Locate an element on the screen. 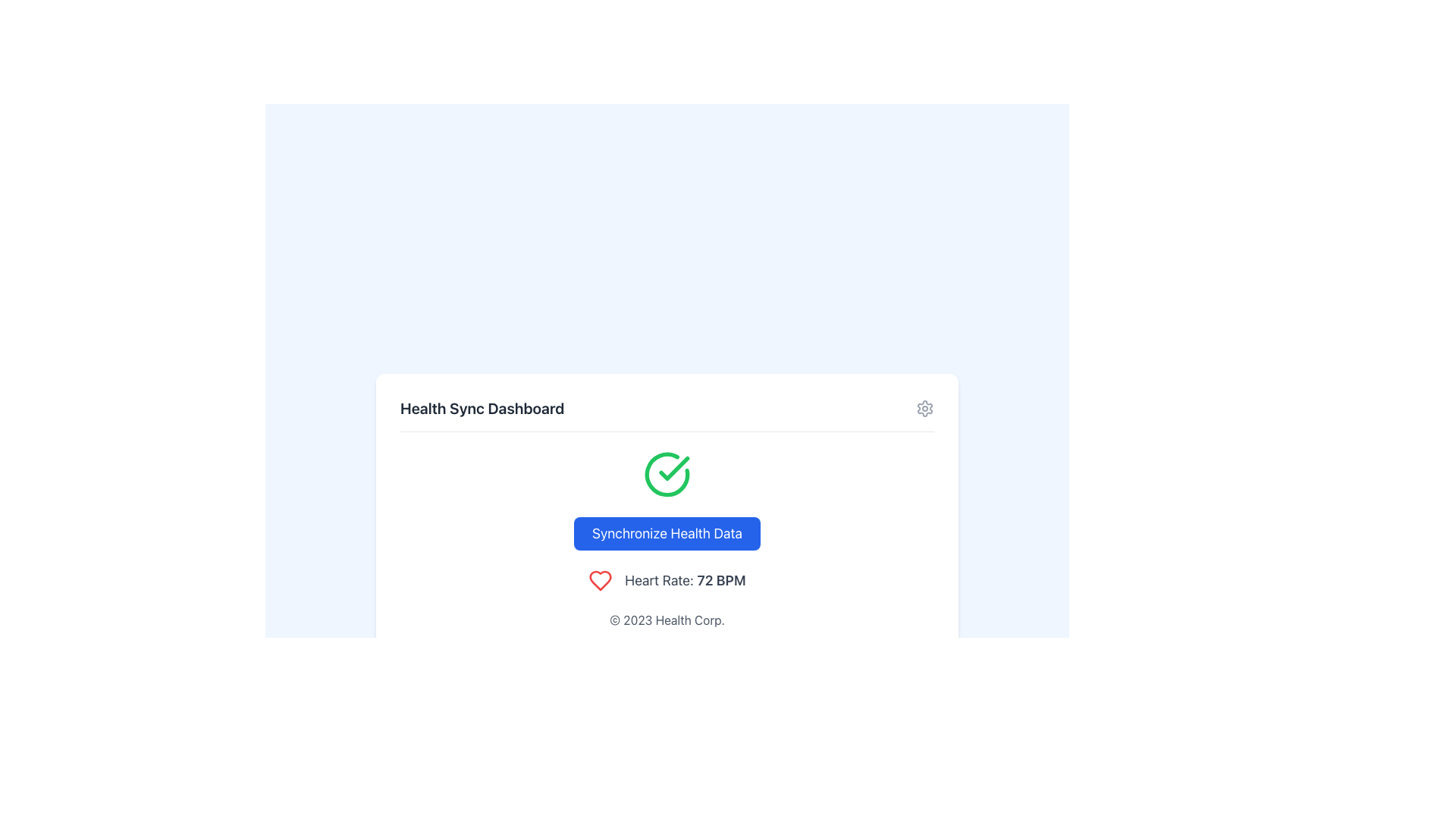  the heart-shaped icon with a red border and fill, located to the left of the text 'Heart Rate: 72 BPM' is located at coordinates (600, 580).